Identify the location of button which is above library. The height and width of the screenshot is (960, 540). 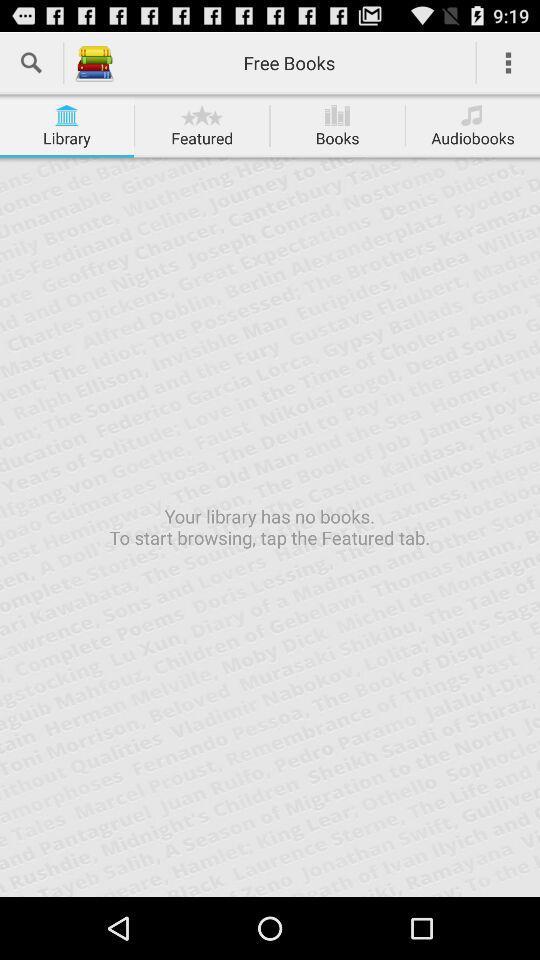
(67, 115).